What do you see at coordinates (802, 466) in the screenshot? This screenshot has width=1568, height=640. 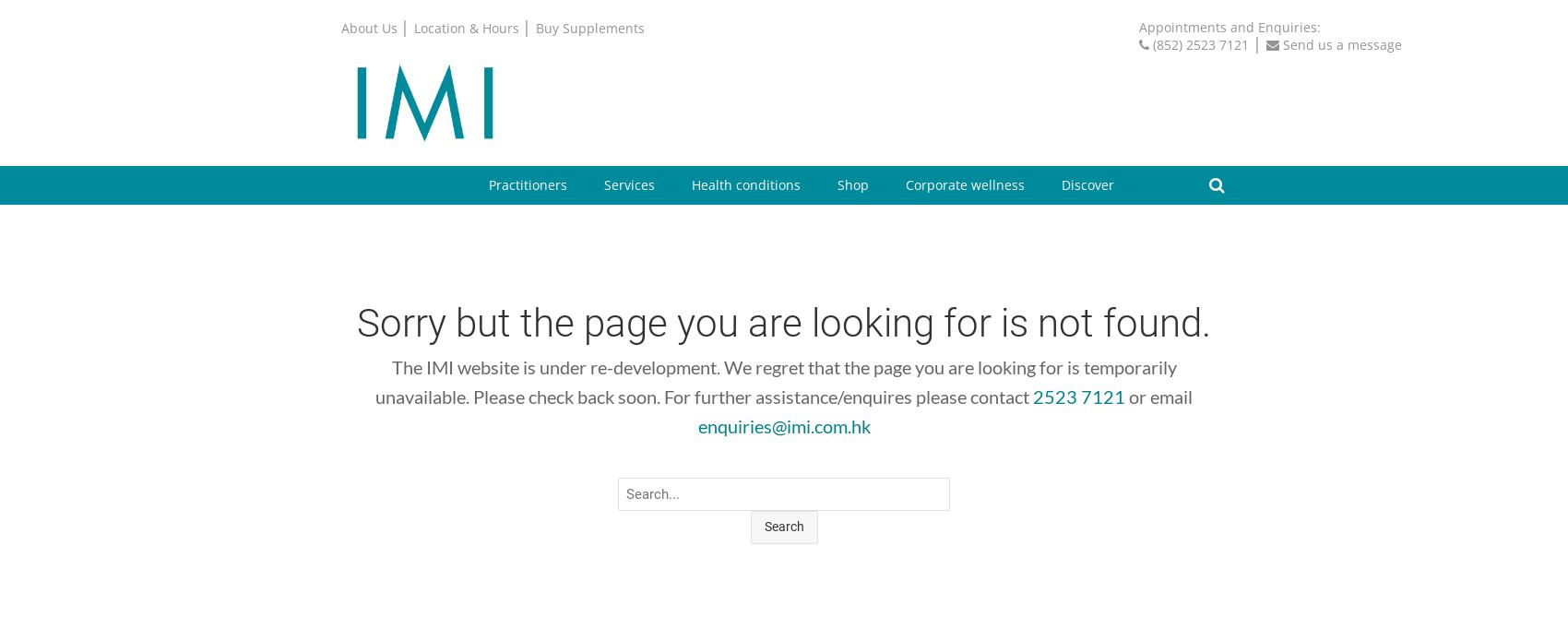 I see `'Content is protected !!'` at bounding box center [802, 466].